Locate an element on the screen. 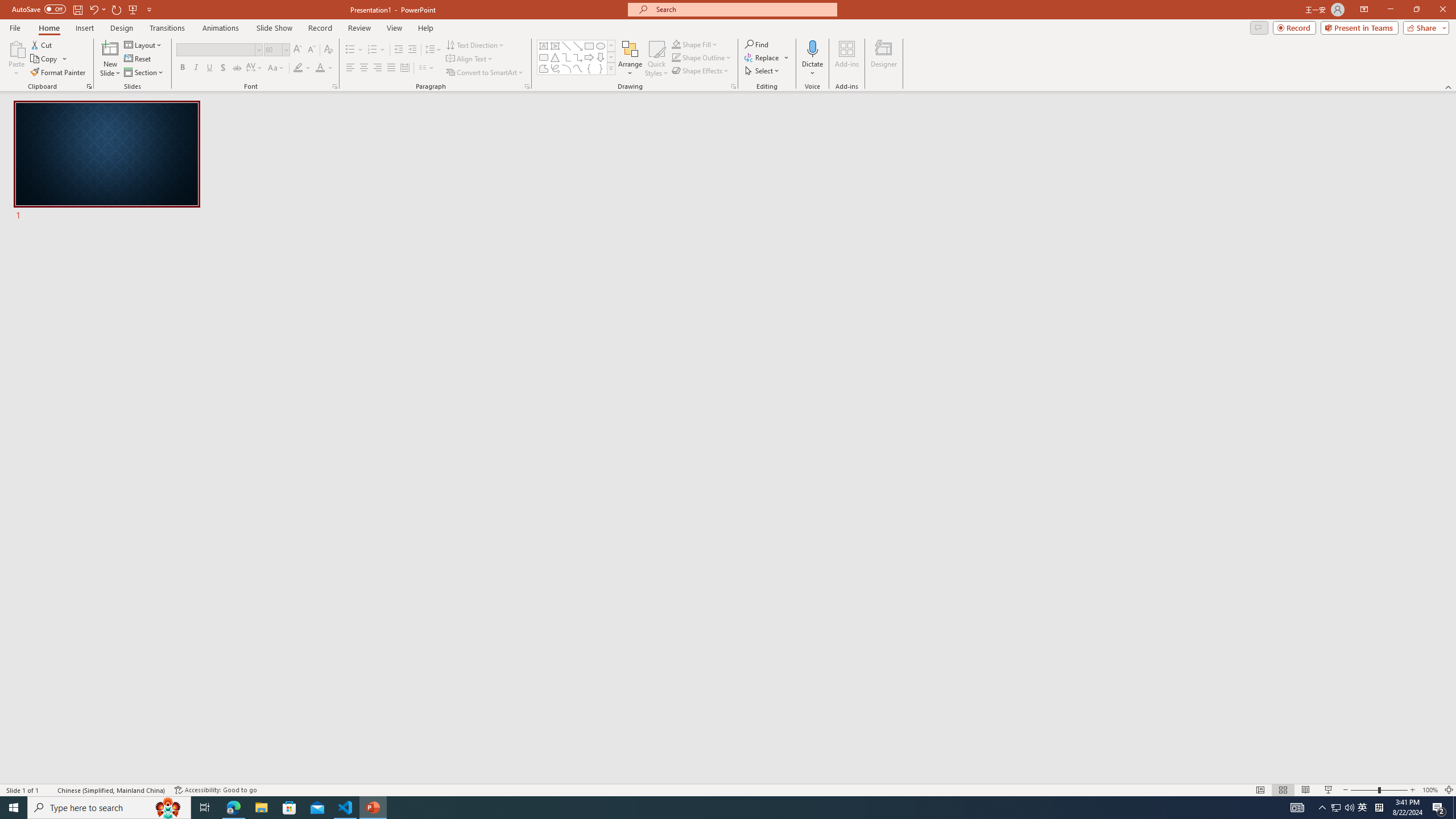  'Justify' is located at coordinates (390, 67).